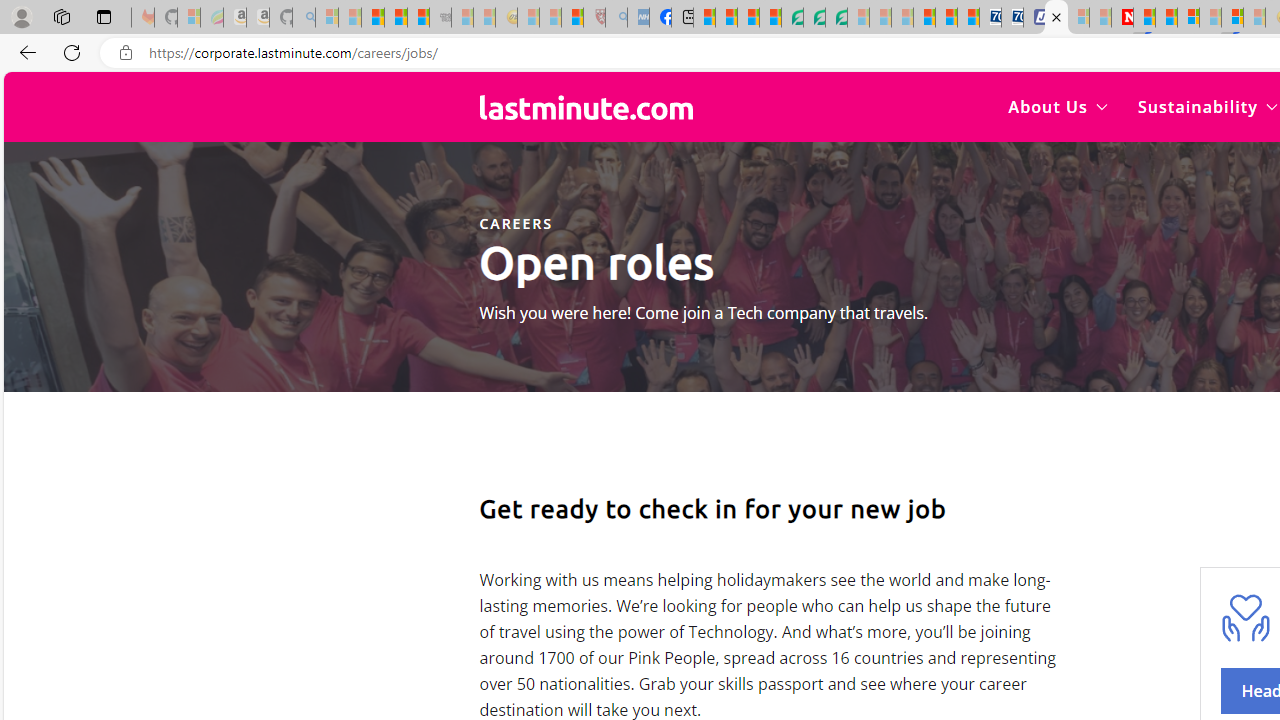  What do you see at coordinates (1206, 106) in the screenshot?
I see `'Sustainability'` at bounding box center [1206, 106].